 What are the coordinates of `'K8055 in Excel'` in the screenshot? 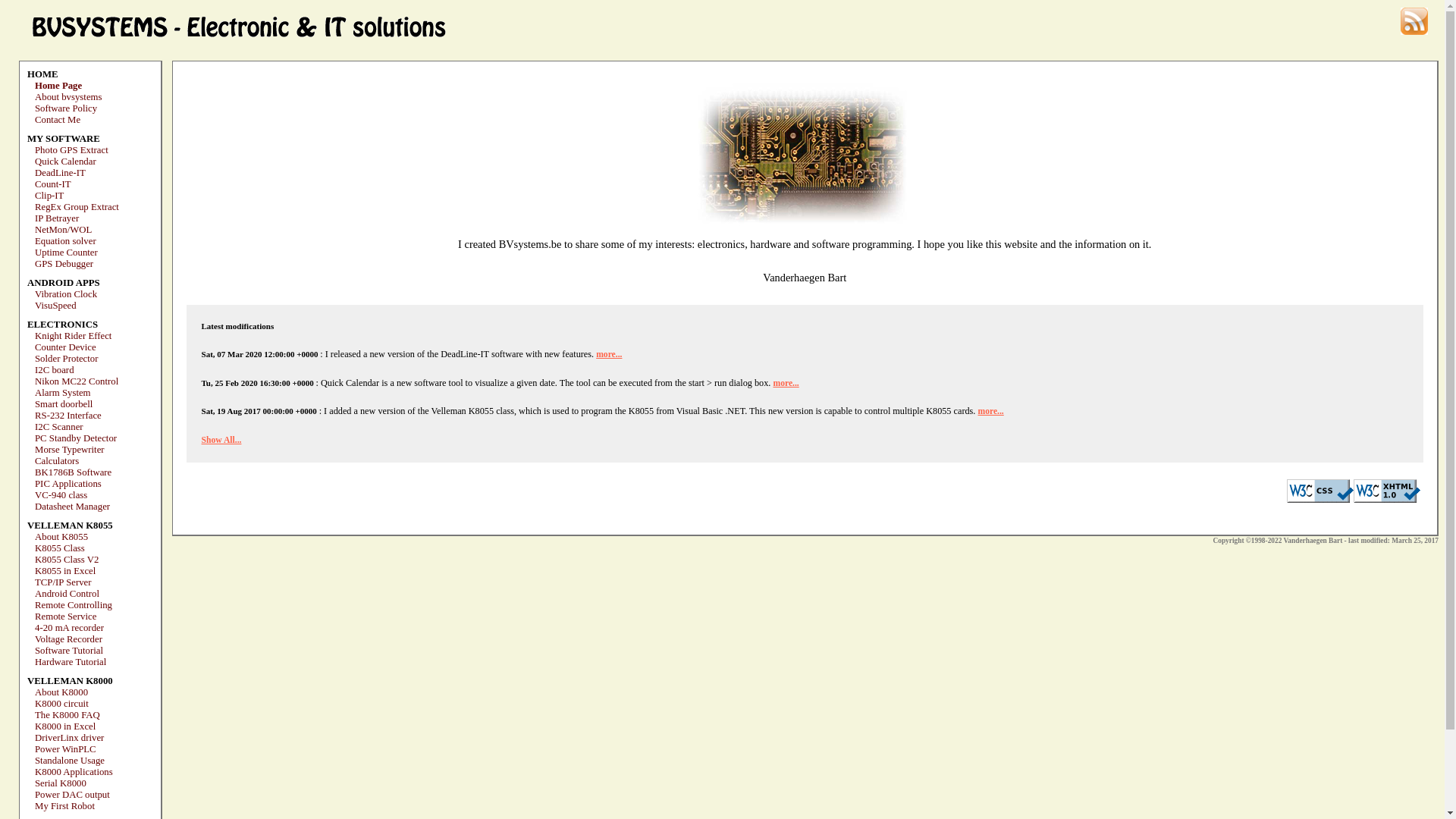 It's located at (64, 570).